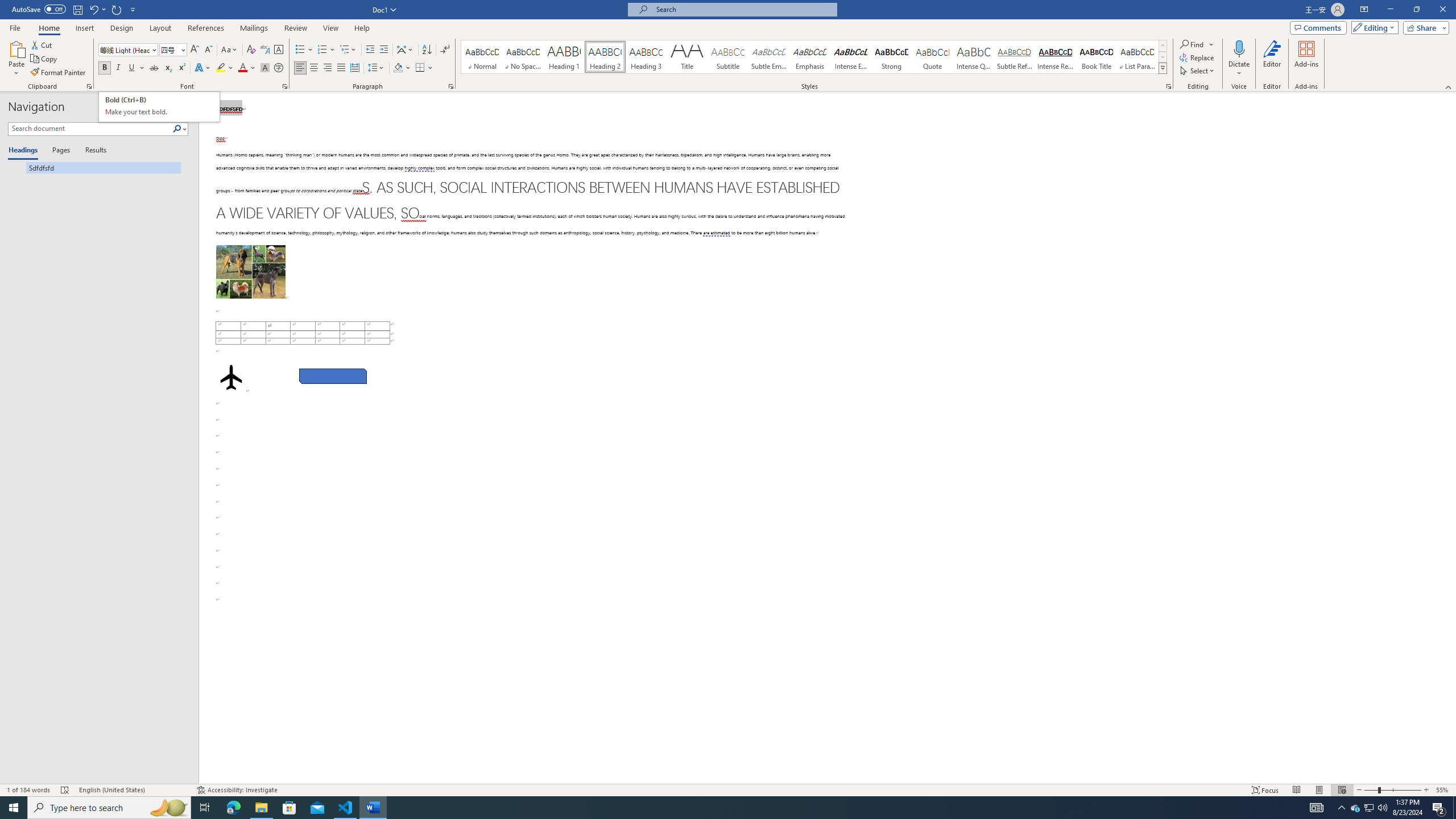  Describe the element at coordinates (1272, 59) in the screenshot. I see `'Editor'` at that location.